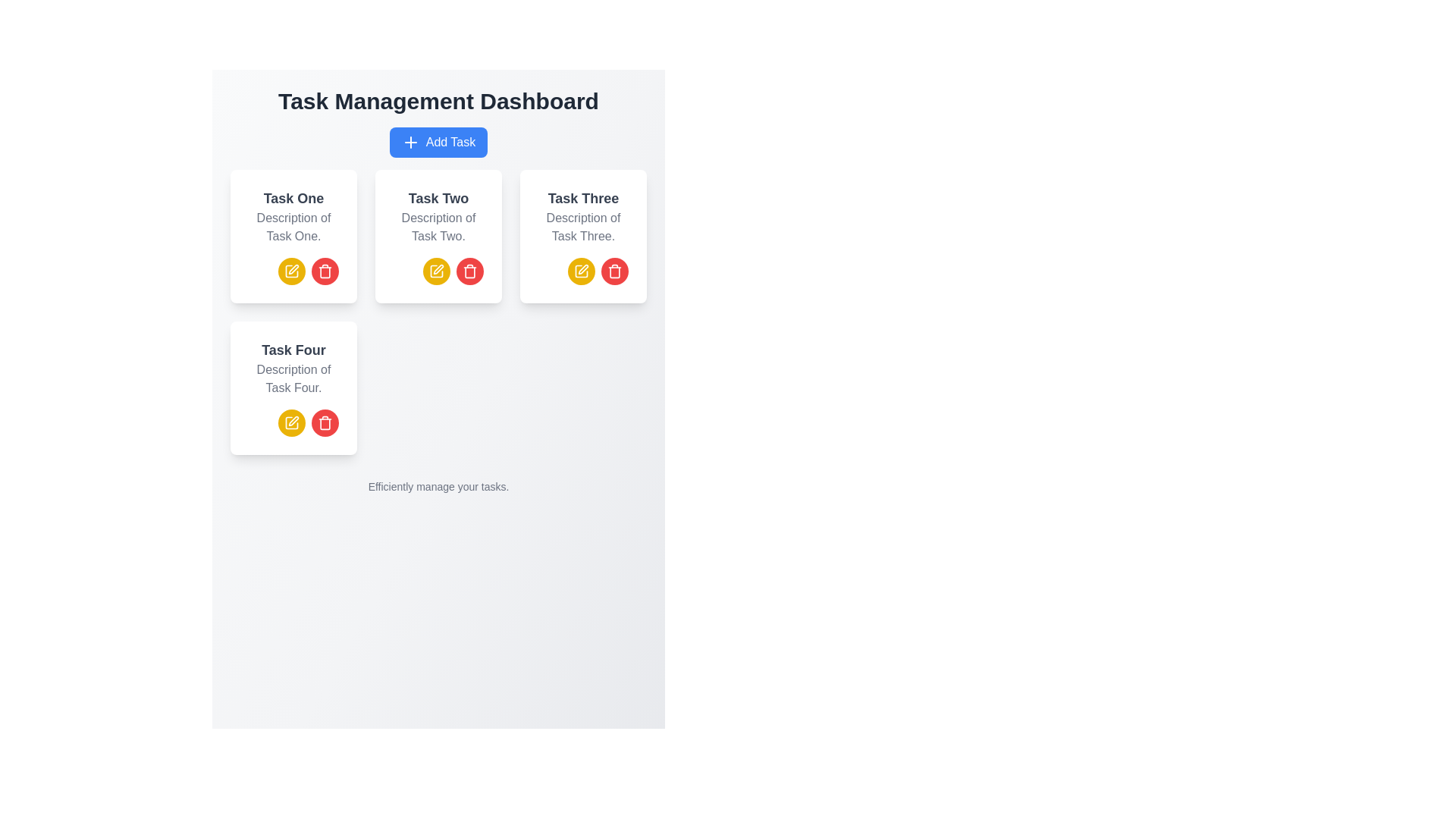  Describe the element at coordinates (436, 271) in the screenshot. I see `the edit icon for 'Task Two' in the second column of the task management dashboard` at that location.